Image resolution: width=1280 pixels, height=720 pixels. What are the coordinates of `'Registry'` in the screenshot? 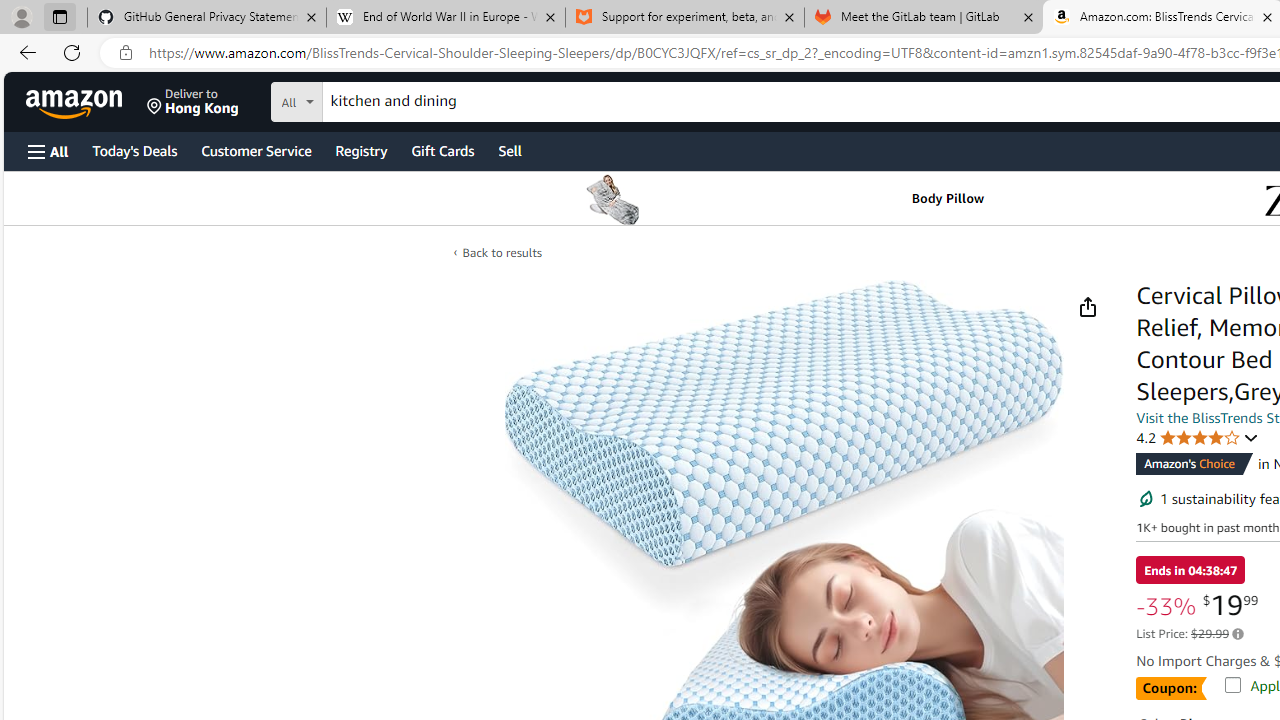 It's located at (360, 149).